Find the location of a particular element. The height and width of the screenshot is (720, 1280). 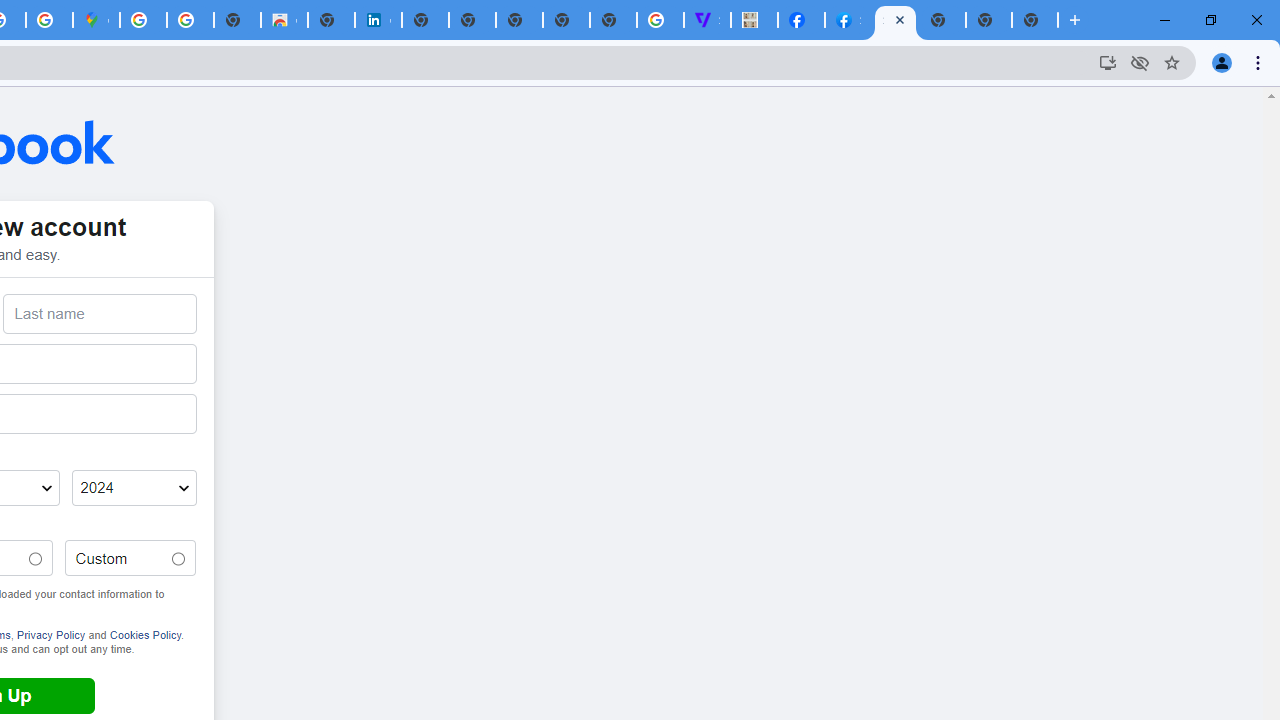

'Chrome Web Store' is located at coordinates (283, 20).